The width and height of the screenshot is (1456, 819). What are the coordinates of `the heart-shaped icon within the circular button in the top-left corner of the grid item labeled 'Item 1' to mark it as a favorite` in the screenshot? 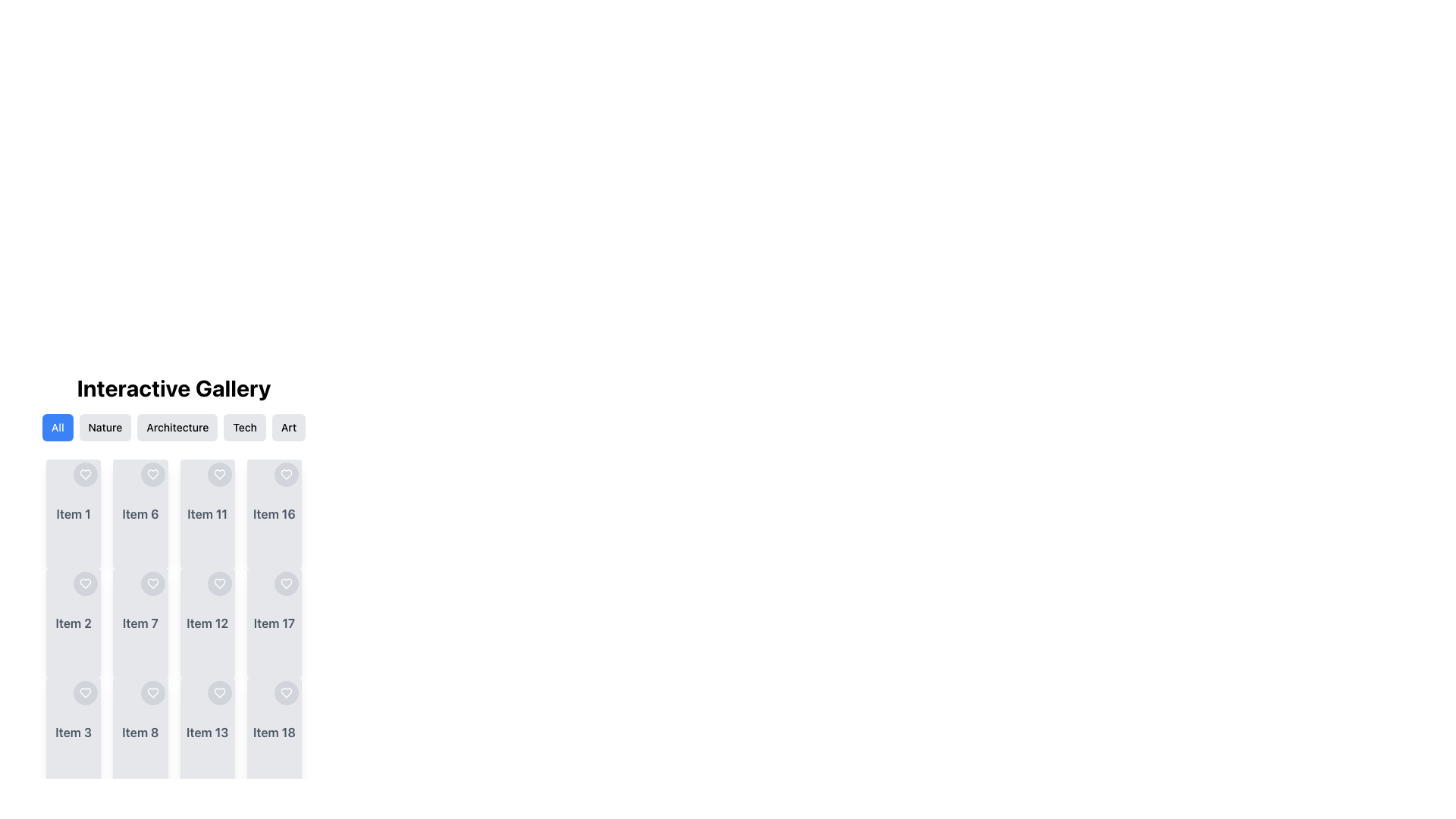 It's located at (85, 473).